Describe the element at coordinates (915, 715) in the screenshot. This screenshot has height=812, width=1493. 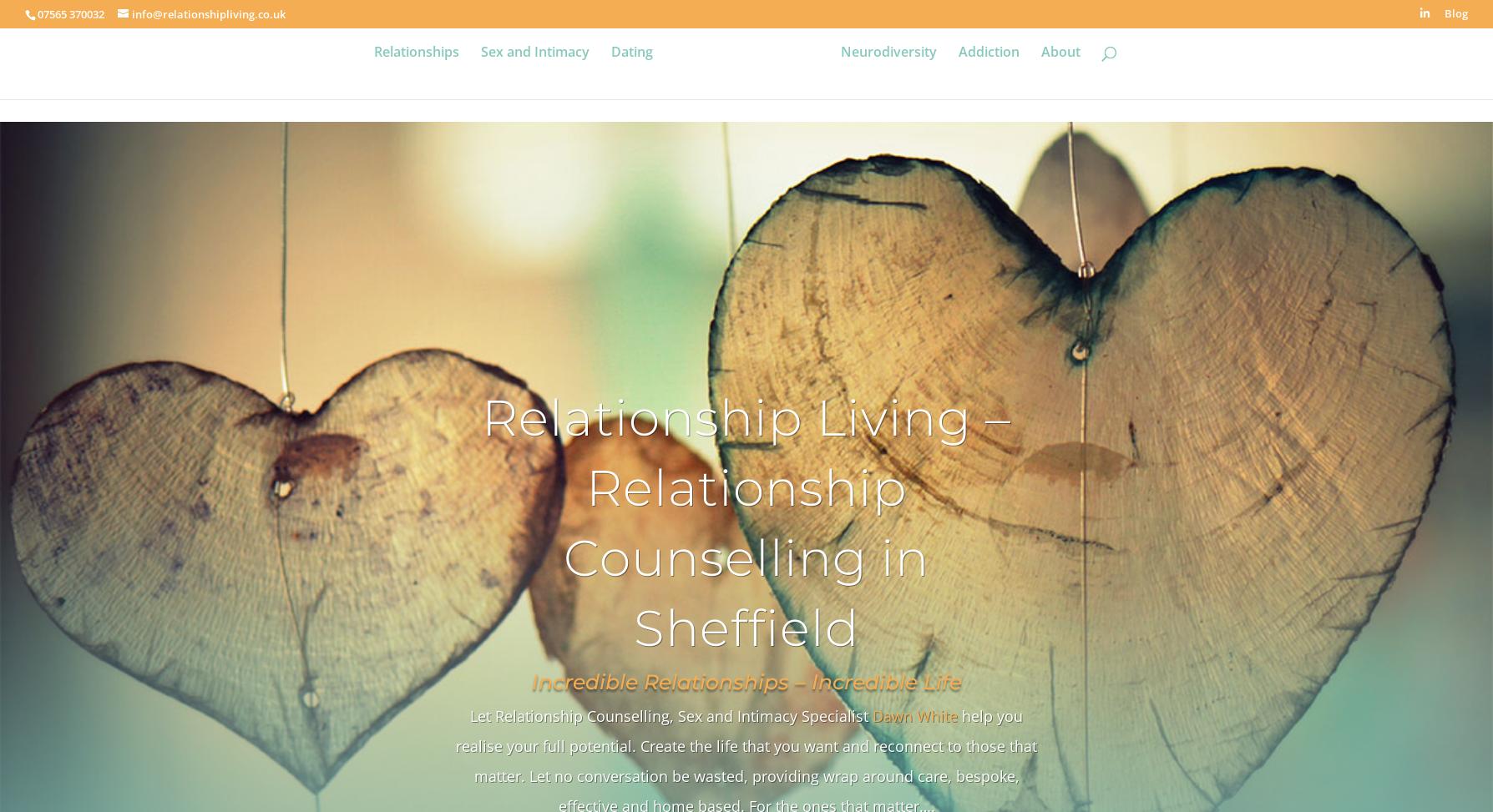
I see `'Dawn White'` at that location.